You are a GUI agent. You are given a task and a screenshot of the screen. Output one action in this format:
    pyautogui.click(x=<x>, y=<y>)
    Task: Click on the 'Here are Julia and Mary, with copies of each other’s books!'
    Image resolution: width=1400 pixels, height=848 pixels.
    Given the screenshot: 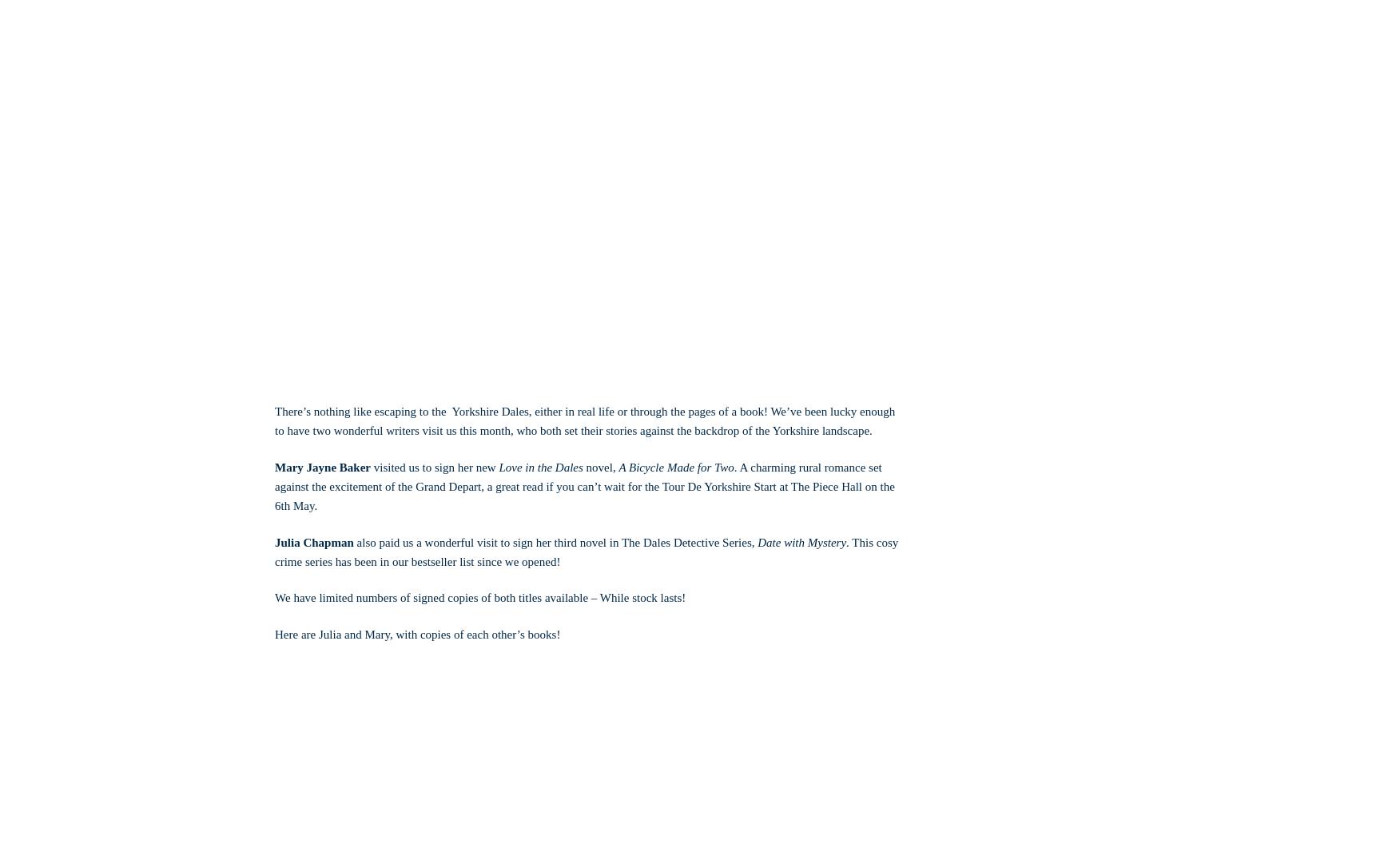 What is the action you would take?
    pyautogui.click(x=416, y=633)
    